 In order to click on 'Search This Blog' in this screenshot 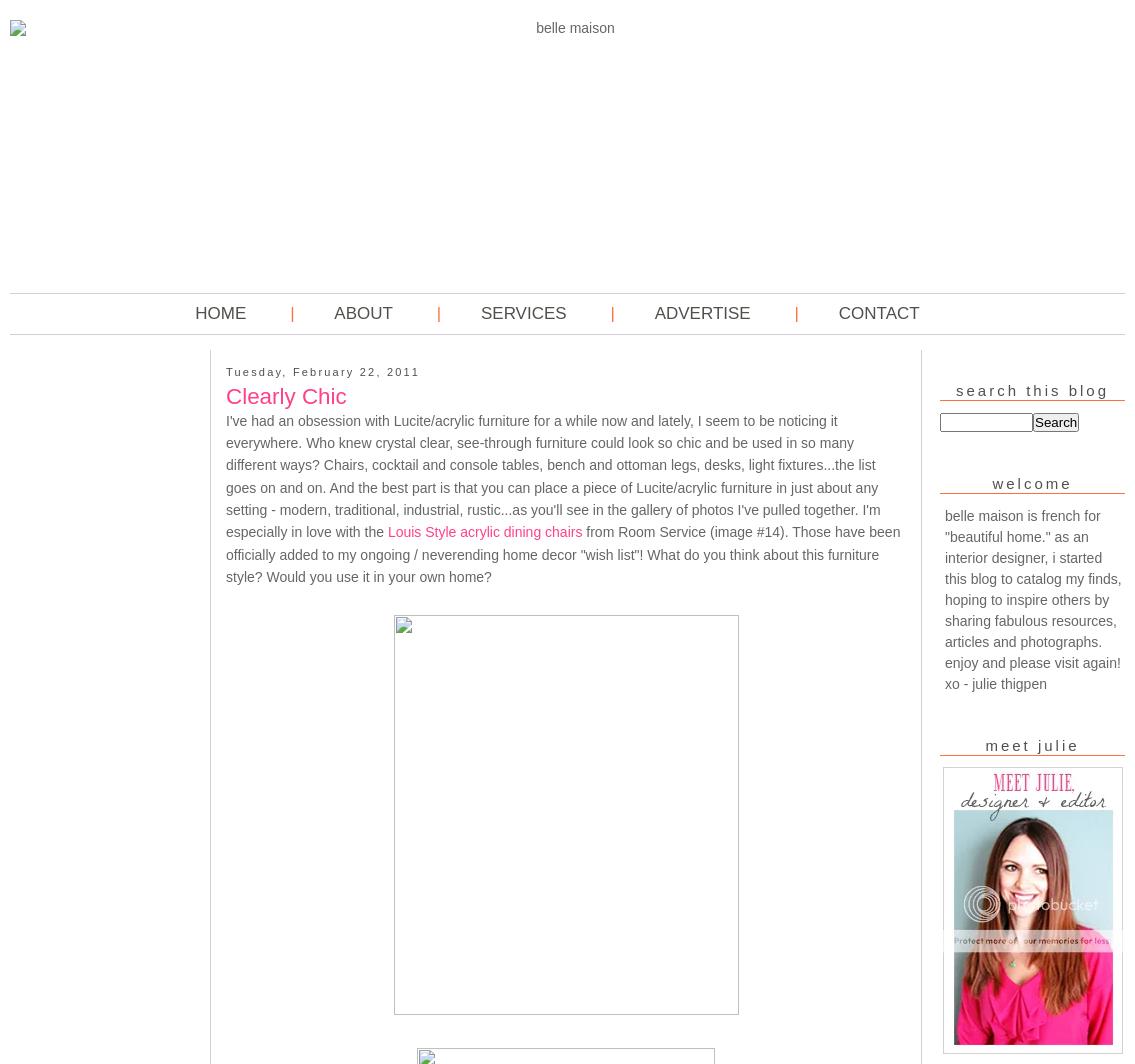, I will do `click(1031, 389)`.